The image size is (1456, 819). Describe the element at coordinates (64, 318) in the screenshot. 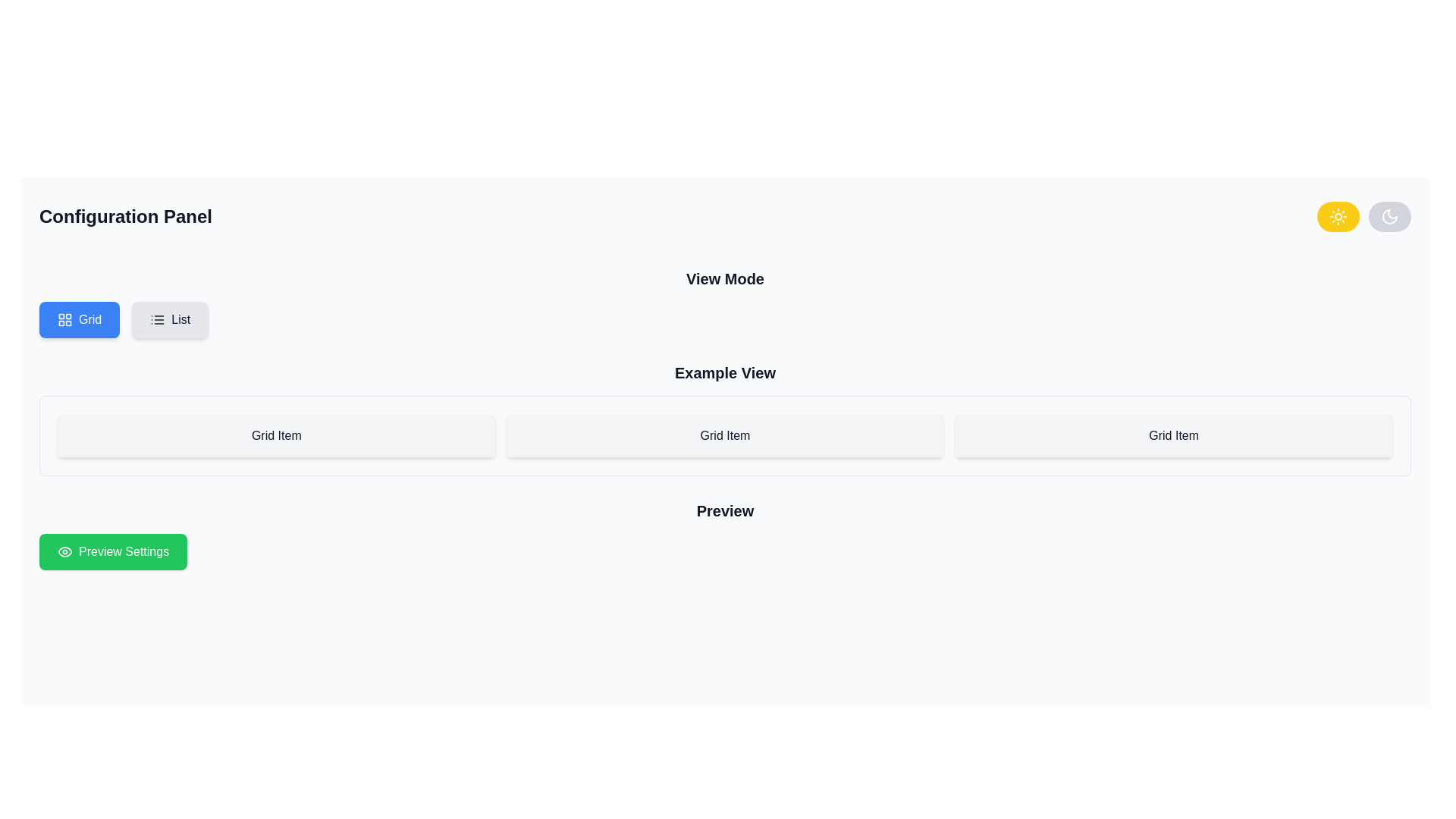

I see `the 'Grid' icon which visually represents the grid mode selection in the interface` at that location.